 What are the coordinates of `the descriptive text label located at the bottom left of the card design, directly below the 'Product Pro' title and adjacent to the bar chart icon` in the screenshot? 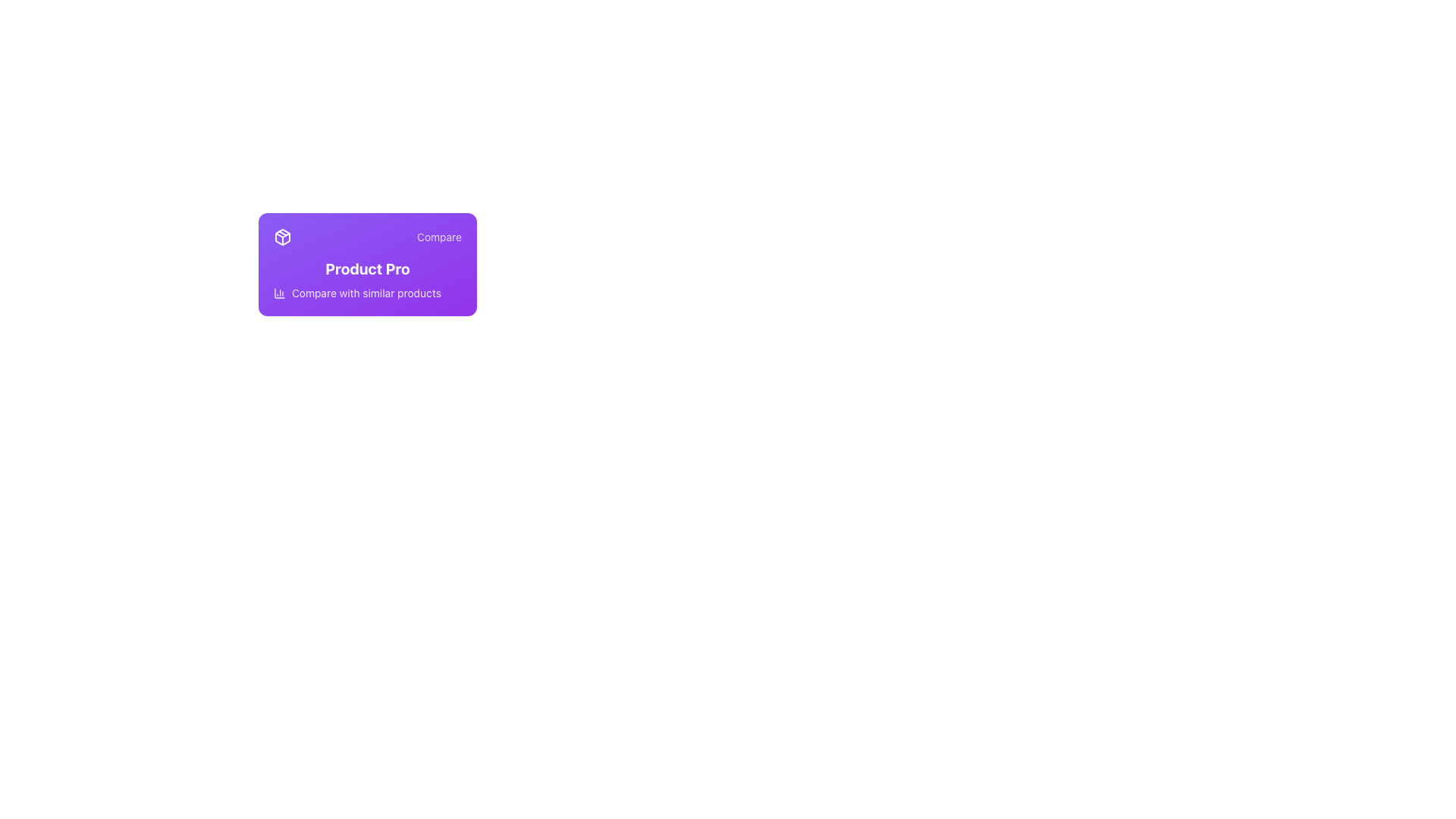 It's located at (366, 293).